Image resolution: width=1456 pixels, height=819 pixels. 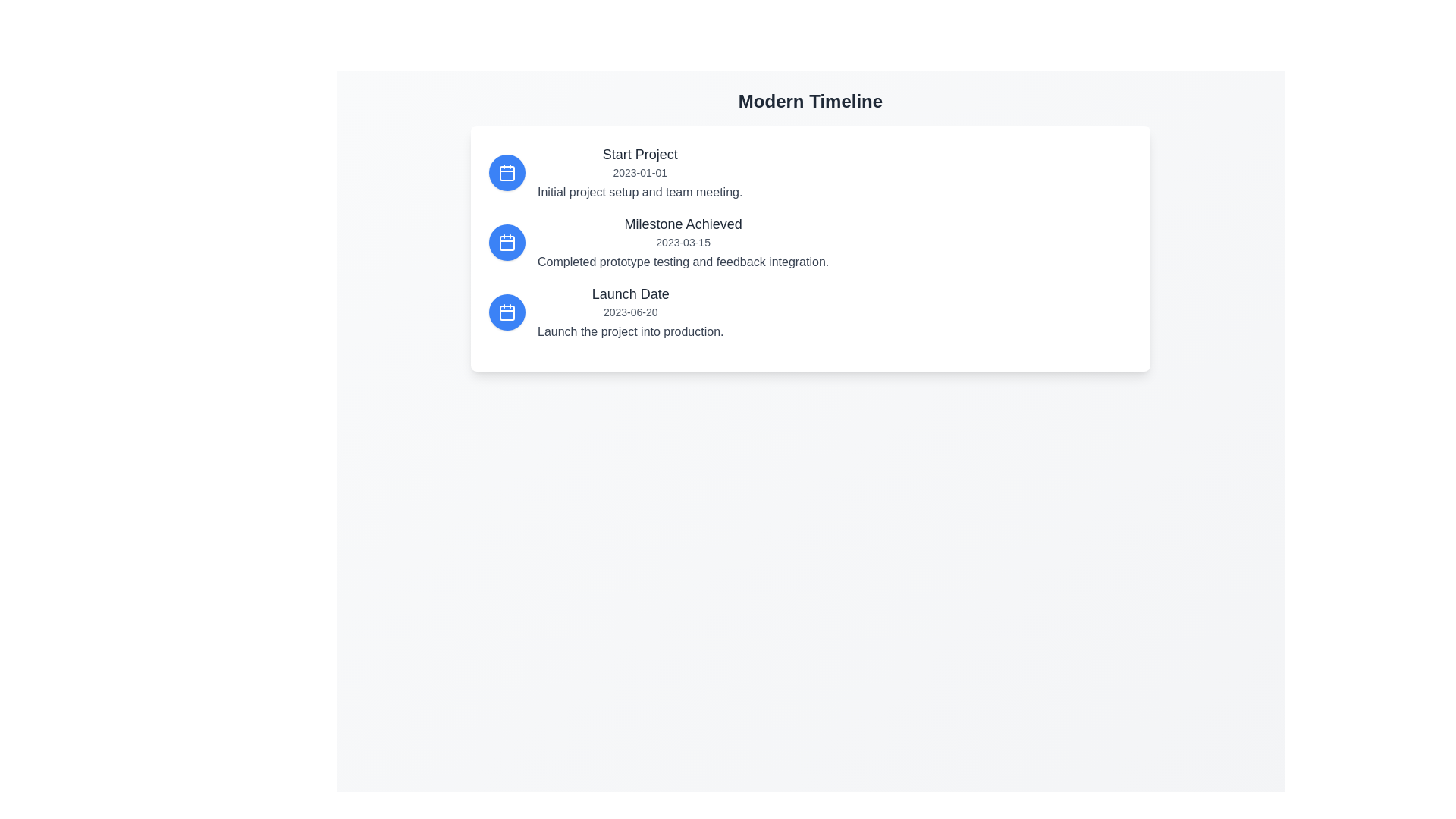 I want to click on the text label displaying the project start date, which is located below the 'Start Project' heading and above the description 'Initial project setup and team meeting.', so click(x=640, y=171).